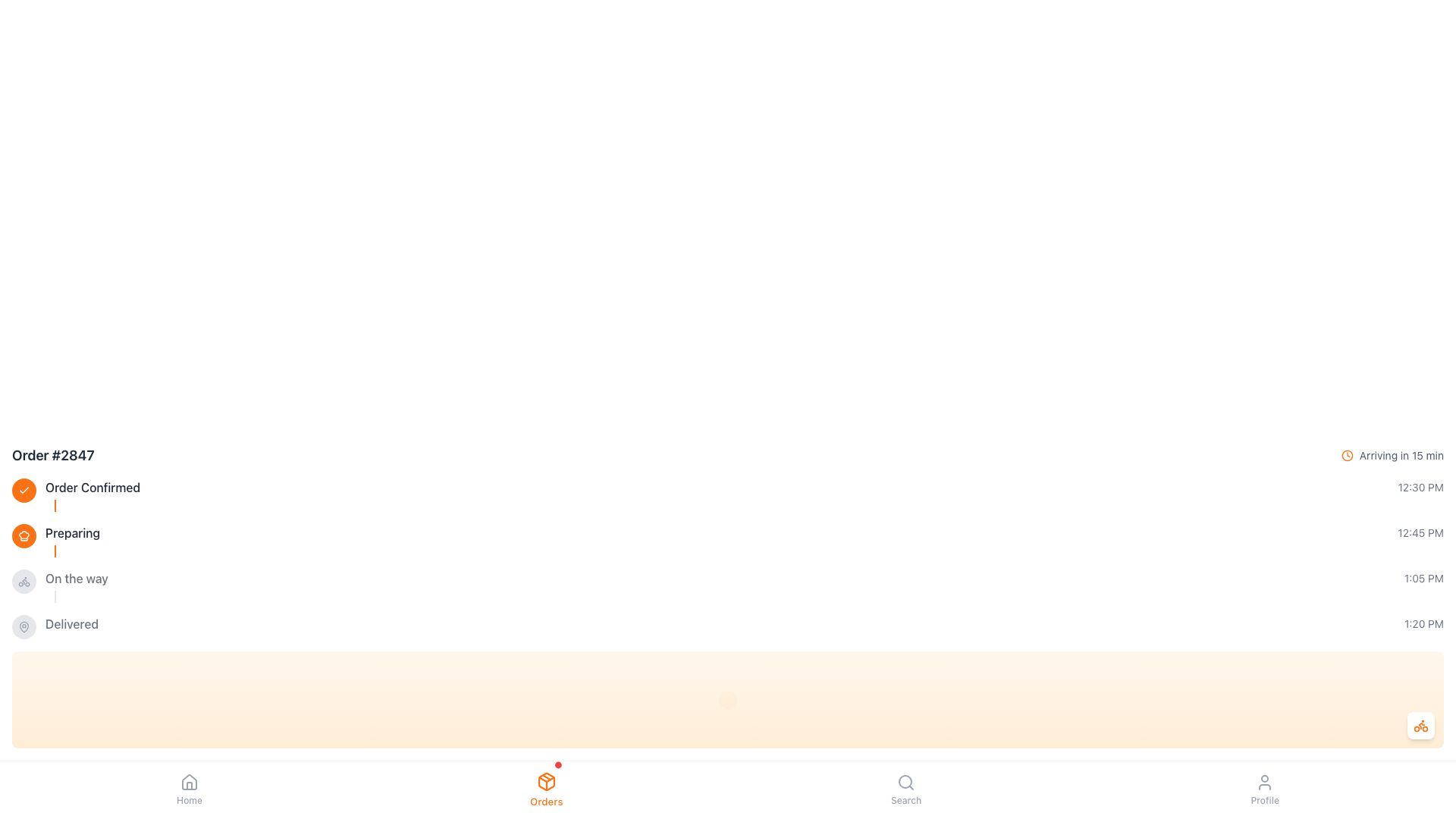  What do you see at coordinates (188, 800) in the screenshot?
I see `text from the Home label located in the leftmost position of the navigation bar at the bottom of the interface, which serves as a textual label for the home icon above it` at bounding box center [188, 800].